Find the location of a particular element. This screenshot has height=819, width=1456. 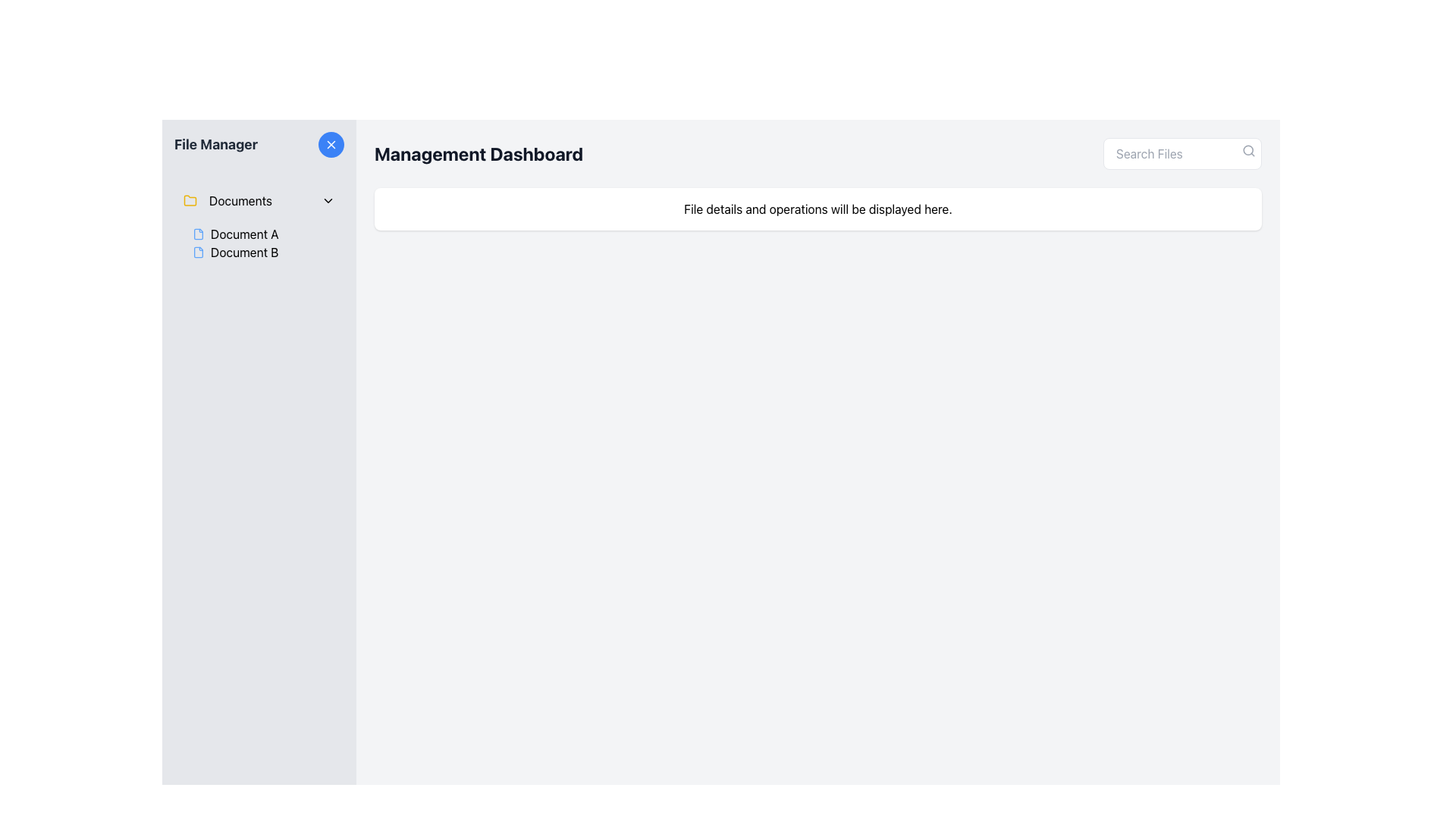

the 'File Manager' static text label, which is prominently displayed in bold, larger font, dark gray color against a light background, located in the top left corner of the sidebar is located at coordinates (215, 145).